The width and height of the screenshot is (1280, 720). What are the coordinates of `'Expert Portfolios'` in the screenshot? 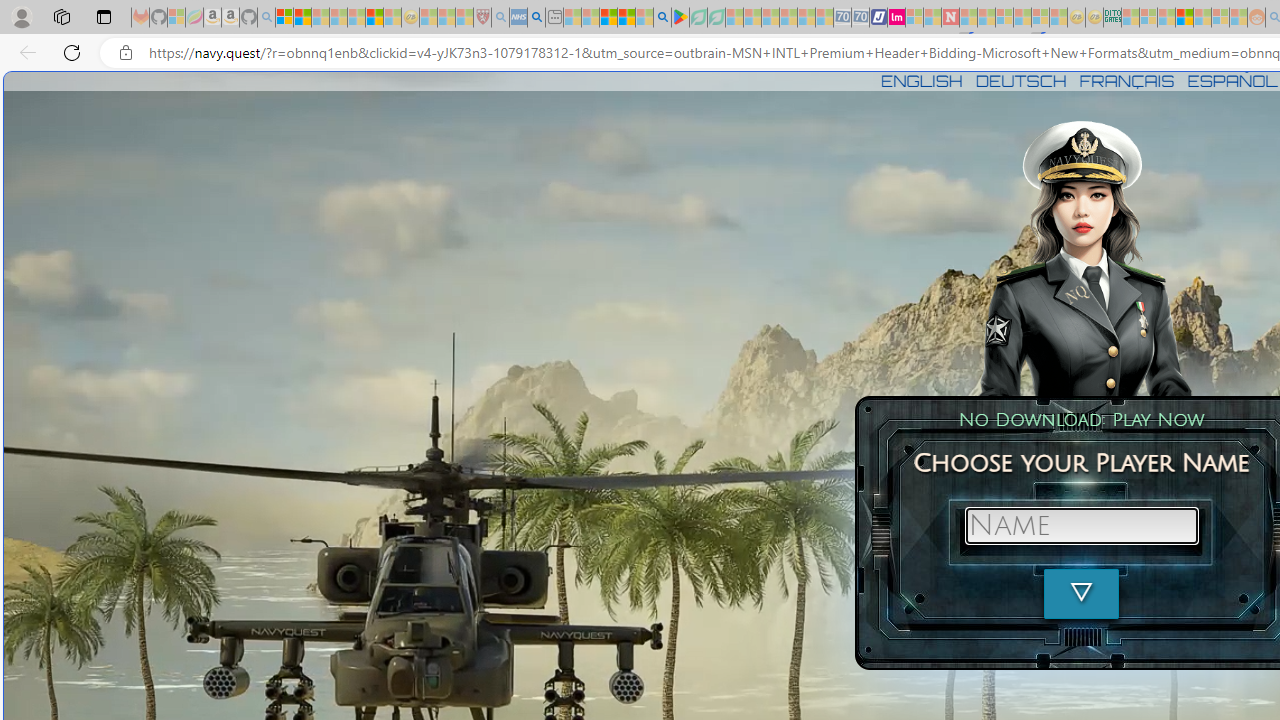 It's located at (1184, 17).